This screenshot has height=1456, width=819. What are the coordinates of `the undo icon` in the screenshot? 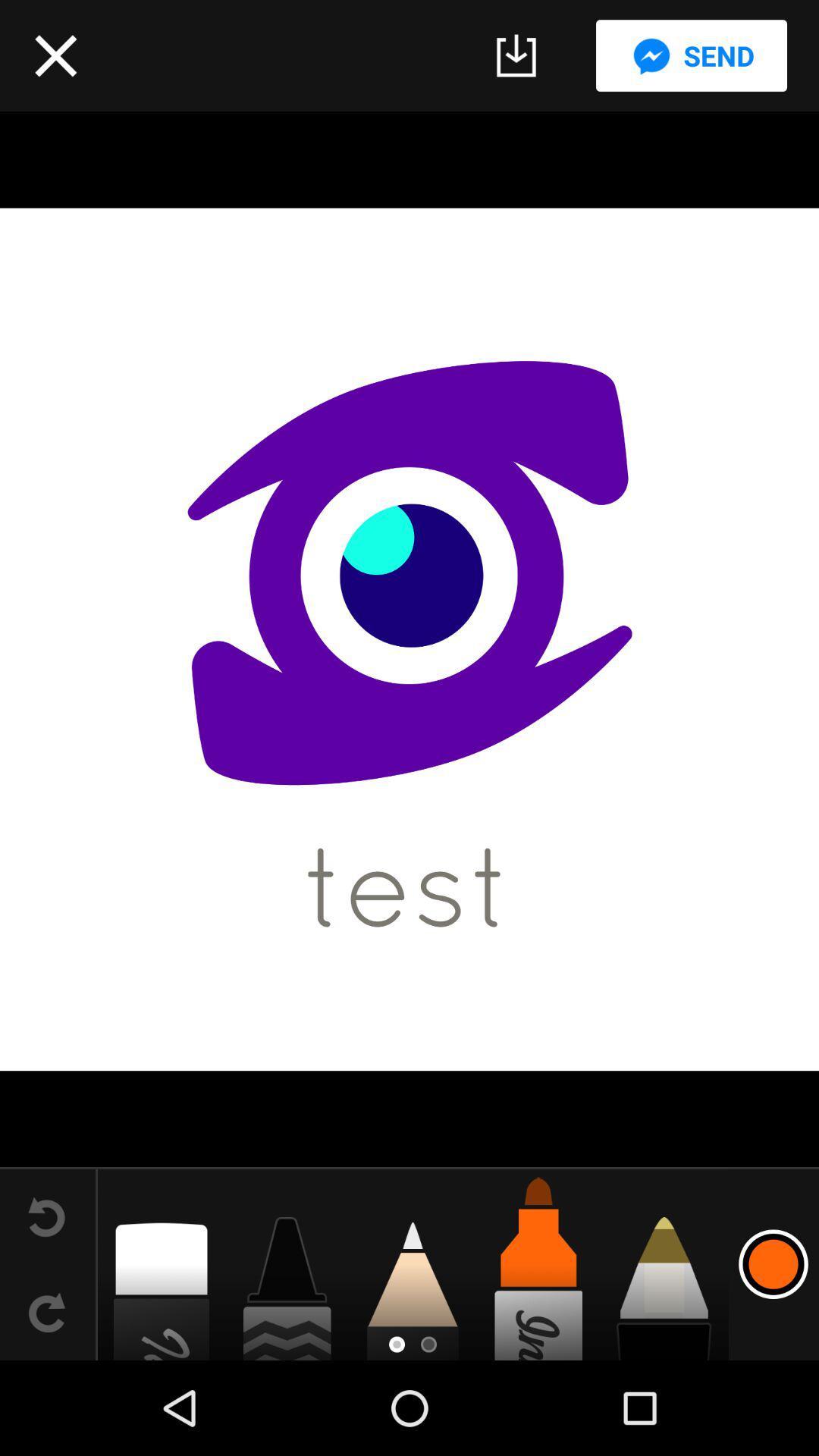 It's located at (46, 1216).